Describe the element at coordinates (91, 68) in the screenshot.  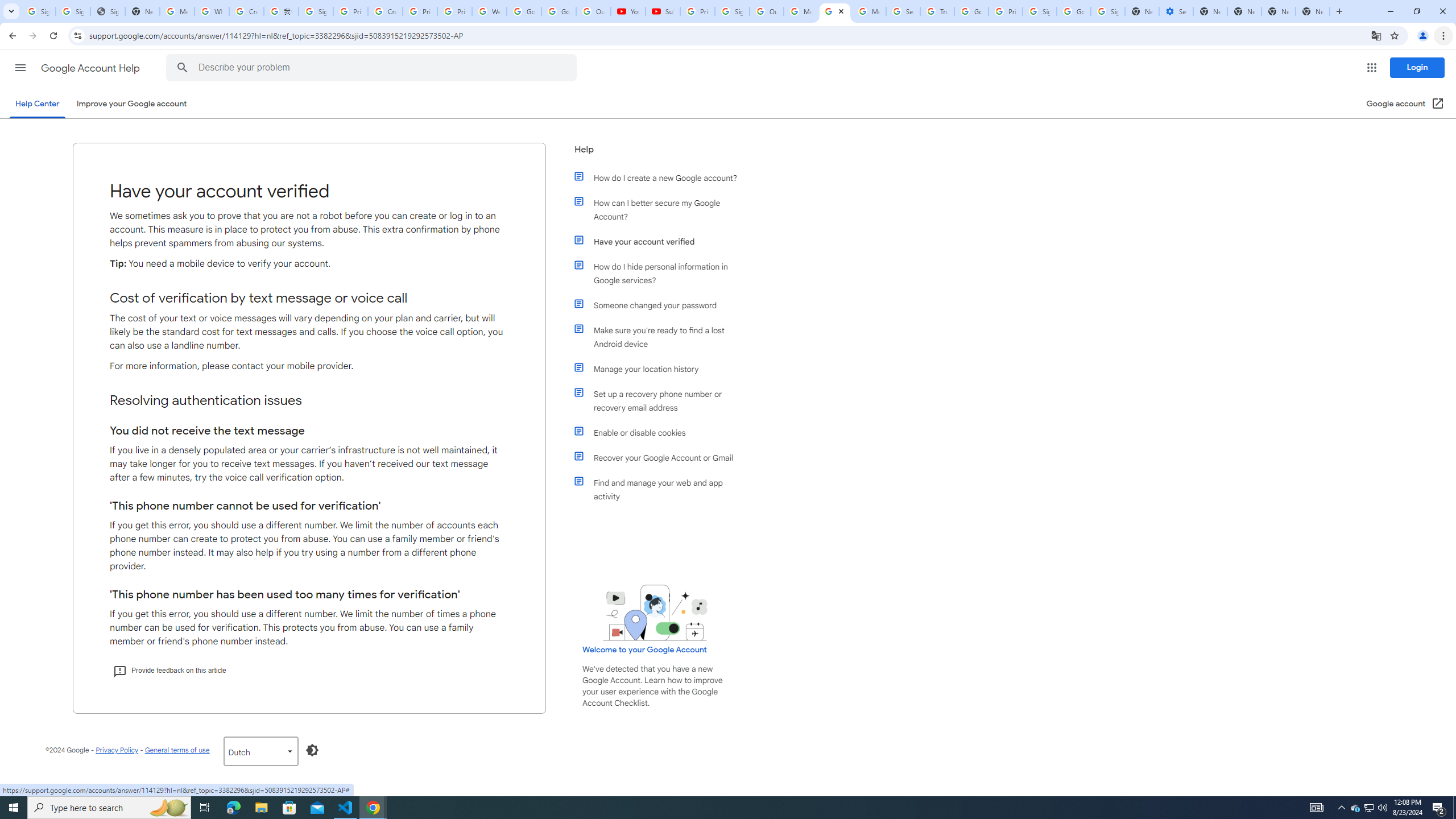
I see `'Google Account Help'` at that location.